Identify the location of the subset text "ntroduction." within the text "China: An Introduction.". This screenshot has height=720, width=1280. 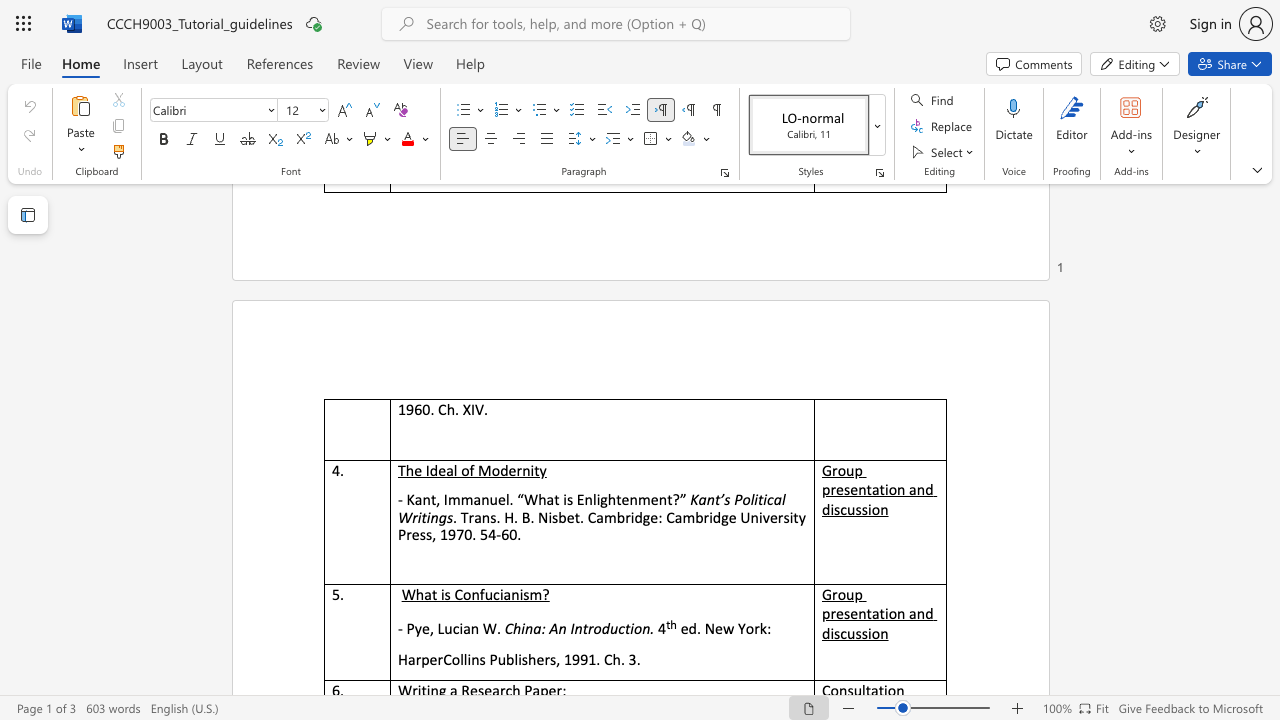
(573, 627).